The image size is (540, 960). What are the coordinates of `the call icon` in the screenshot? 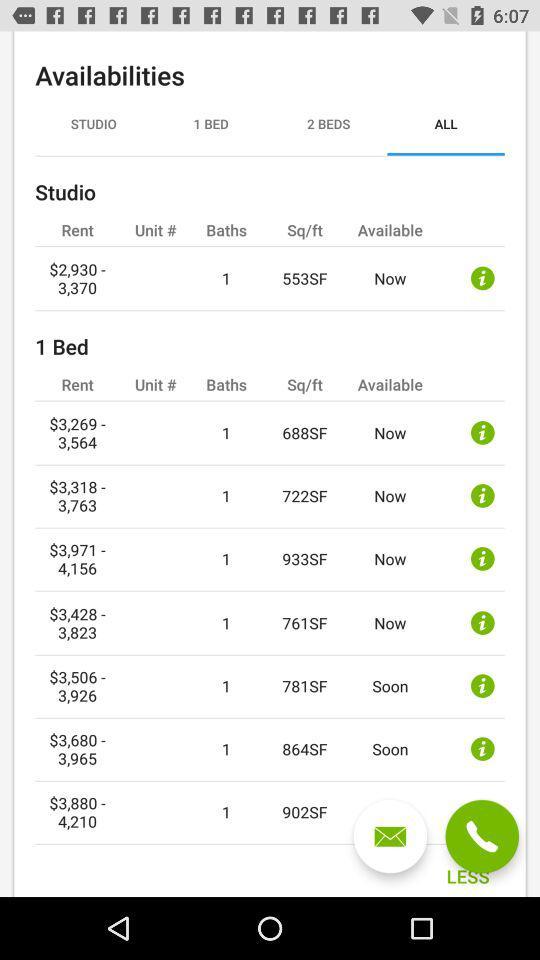 It's located at (481, 836).